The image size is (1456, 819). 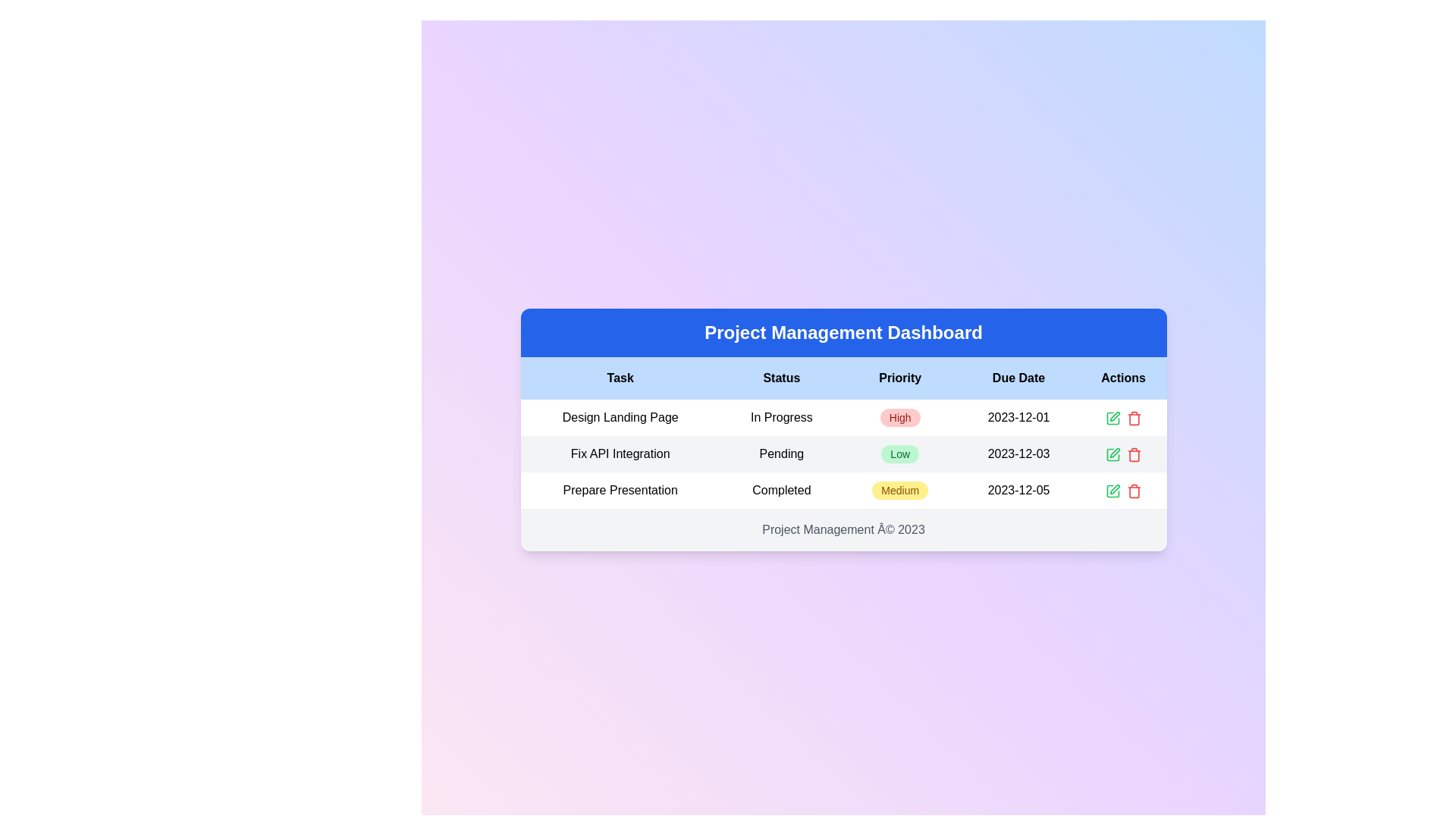 What do you see at coordinates (1018, 377) in the screenshot?
I see `the 'Due Date' label, which is the fourth column header in the table header, centered on a light blue background and aligned with 'Task', 'Priority', and 'Actions'` at bounding box center [1018, 377].